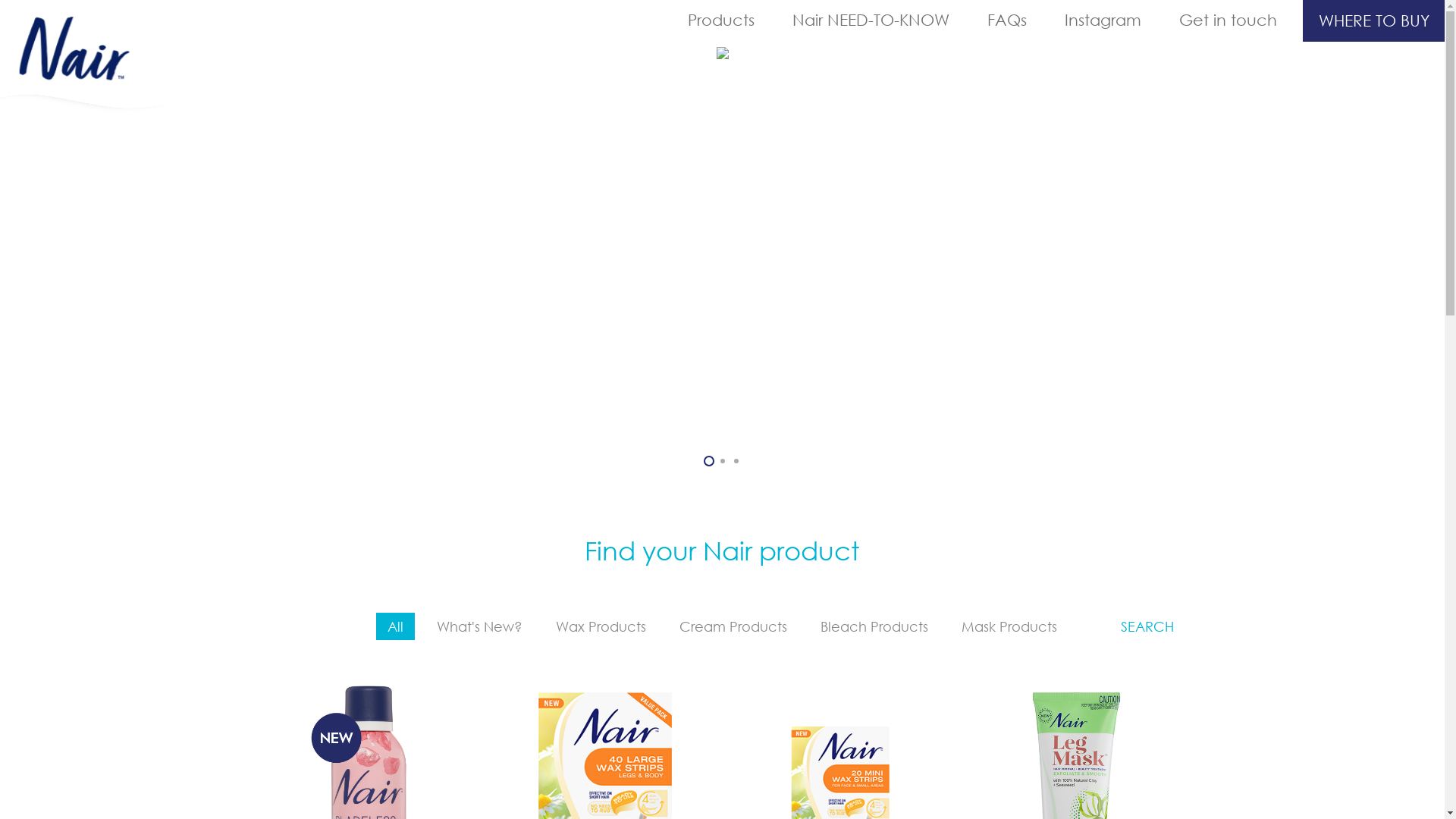 The image size is (1456, 819). What do you see at coordinates (773, 20) in the screenshot?
I see `'Nair NEED-TO-KNOW'` at bounding box center [773, 20].